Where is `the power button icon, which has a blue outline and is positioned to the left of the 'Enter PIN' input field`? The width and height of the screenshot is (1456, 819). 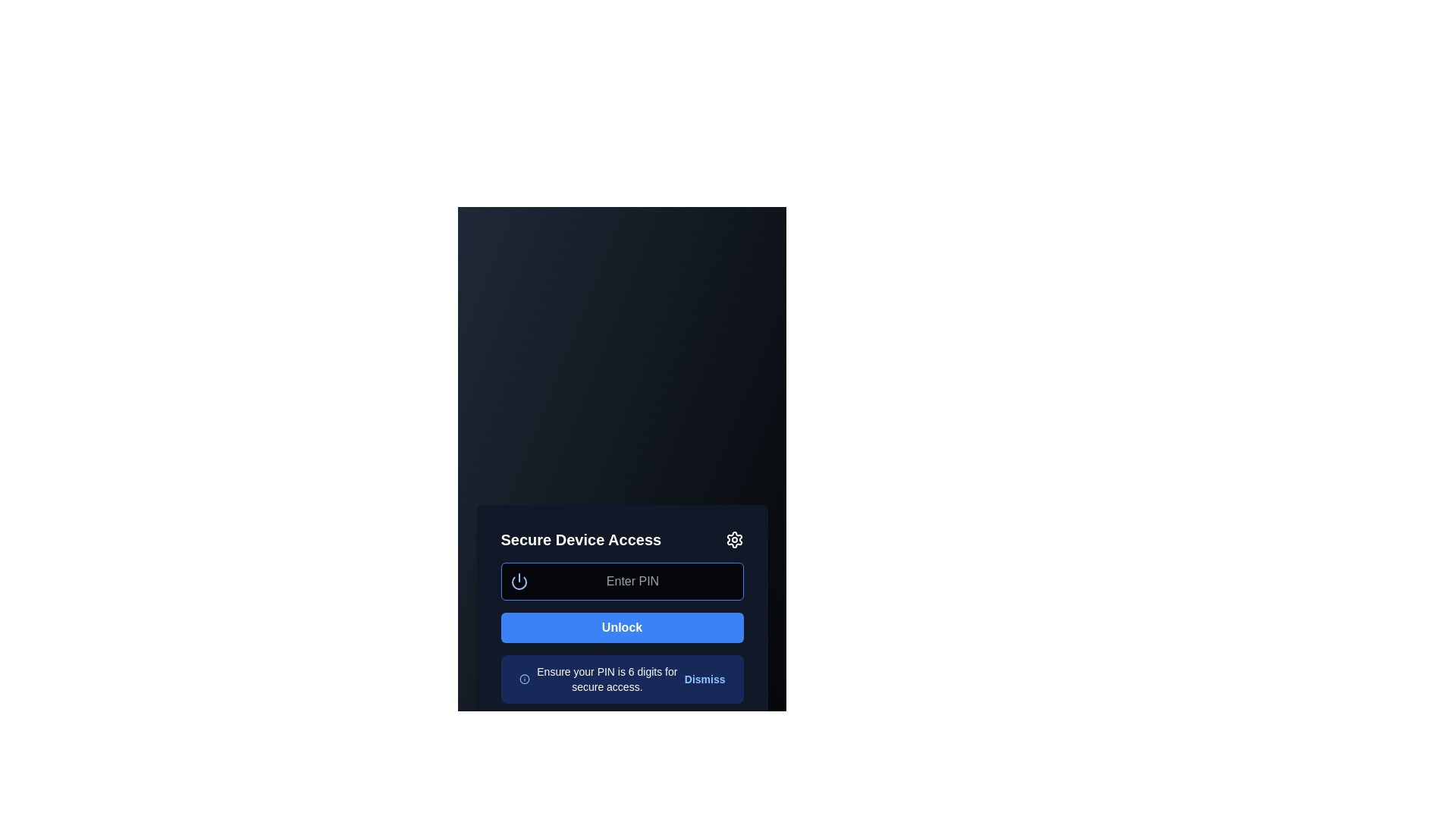 the power button icon, which has a blue outline and is positioned to the left of the 'Enter PIN' input field is located at coordinates (519, 581).